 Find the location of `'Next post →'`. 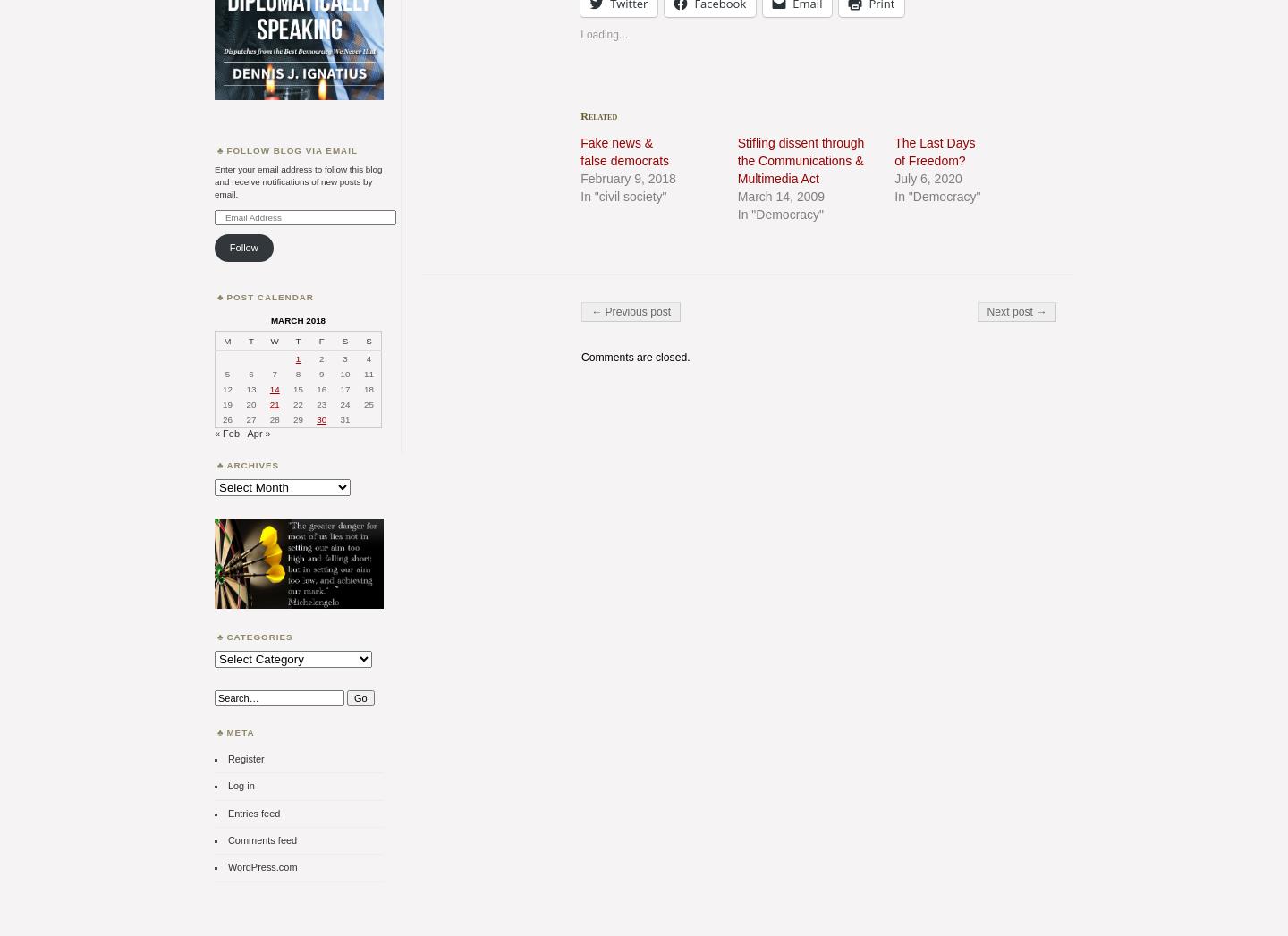

'Next post →' is located at coordinates (1015, 311).